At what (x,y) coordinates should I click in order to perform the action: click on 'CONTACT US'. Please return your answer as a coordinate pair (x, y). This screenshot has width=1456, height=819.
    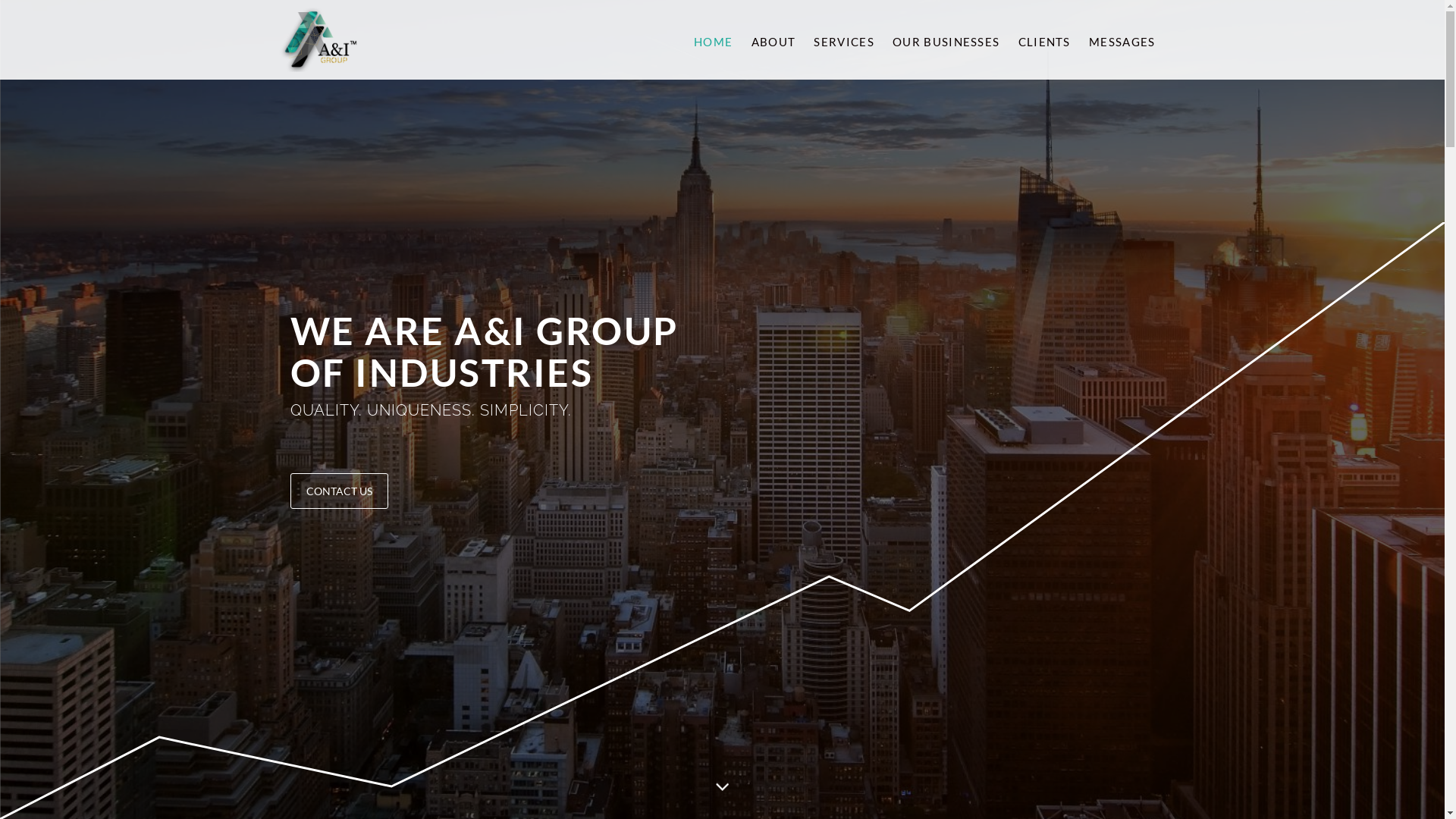
    Looking at the image, I should click on (337, 491).